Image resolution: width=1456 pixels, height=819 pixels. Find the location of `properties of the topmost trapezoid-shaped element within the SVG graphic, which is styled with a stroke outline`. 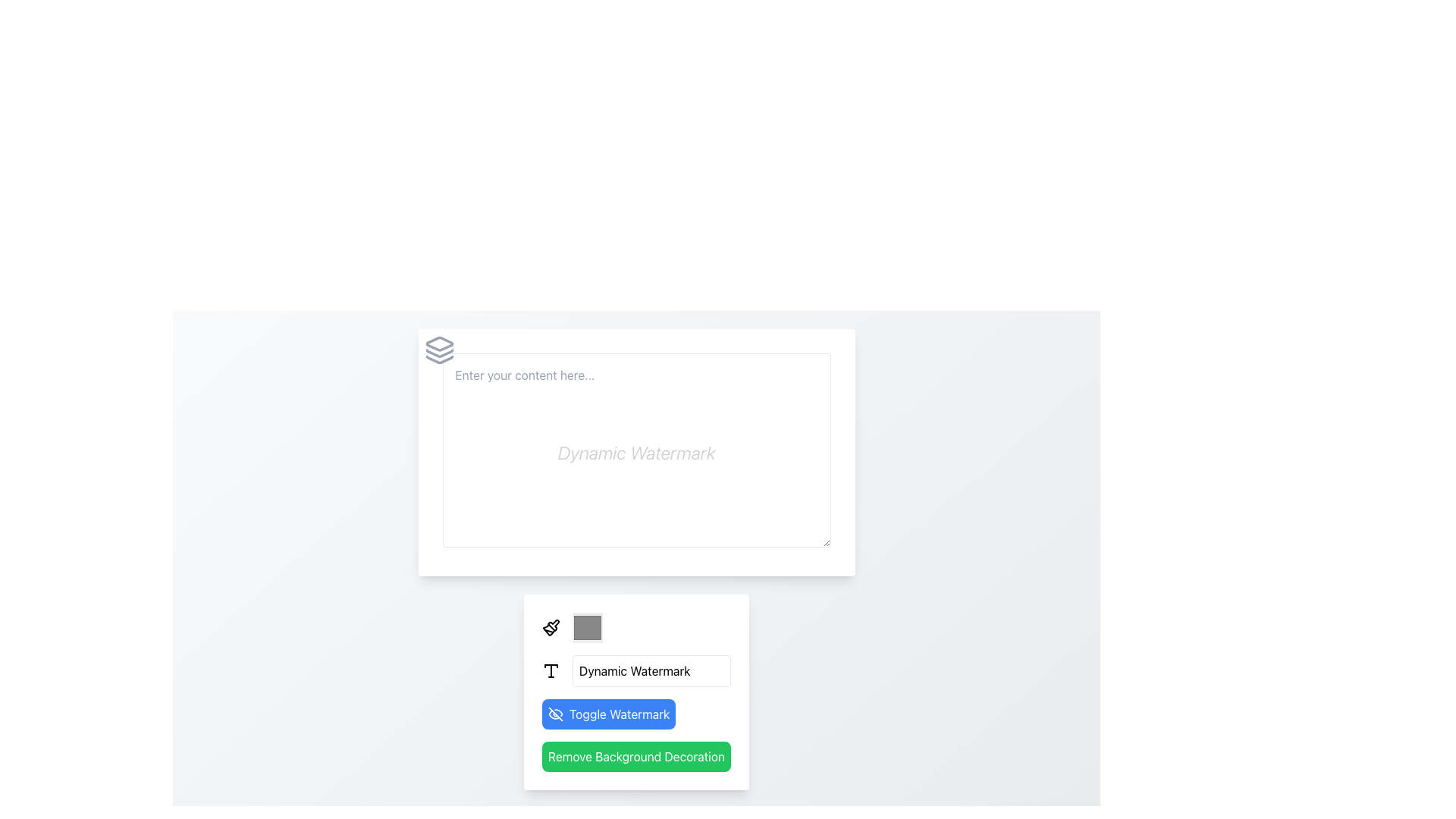

properties of the topmost trapezoid-shaped element within the SVG graphic, which is styled with a stroke outline is located at coordinates (550, 665).